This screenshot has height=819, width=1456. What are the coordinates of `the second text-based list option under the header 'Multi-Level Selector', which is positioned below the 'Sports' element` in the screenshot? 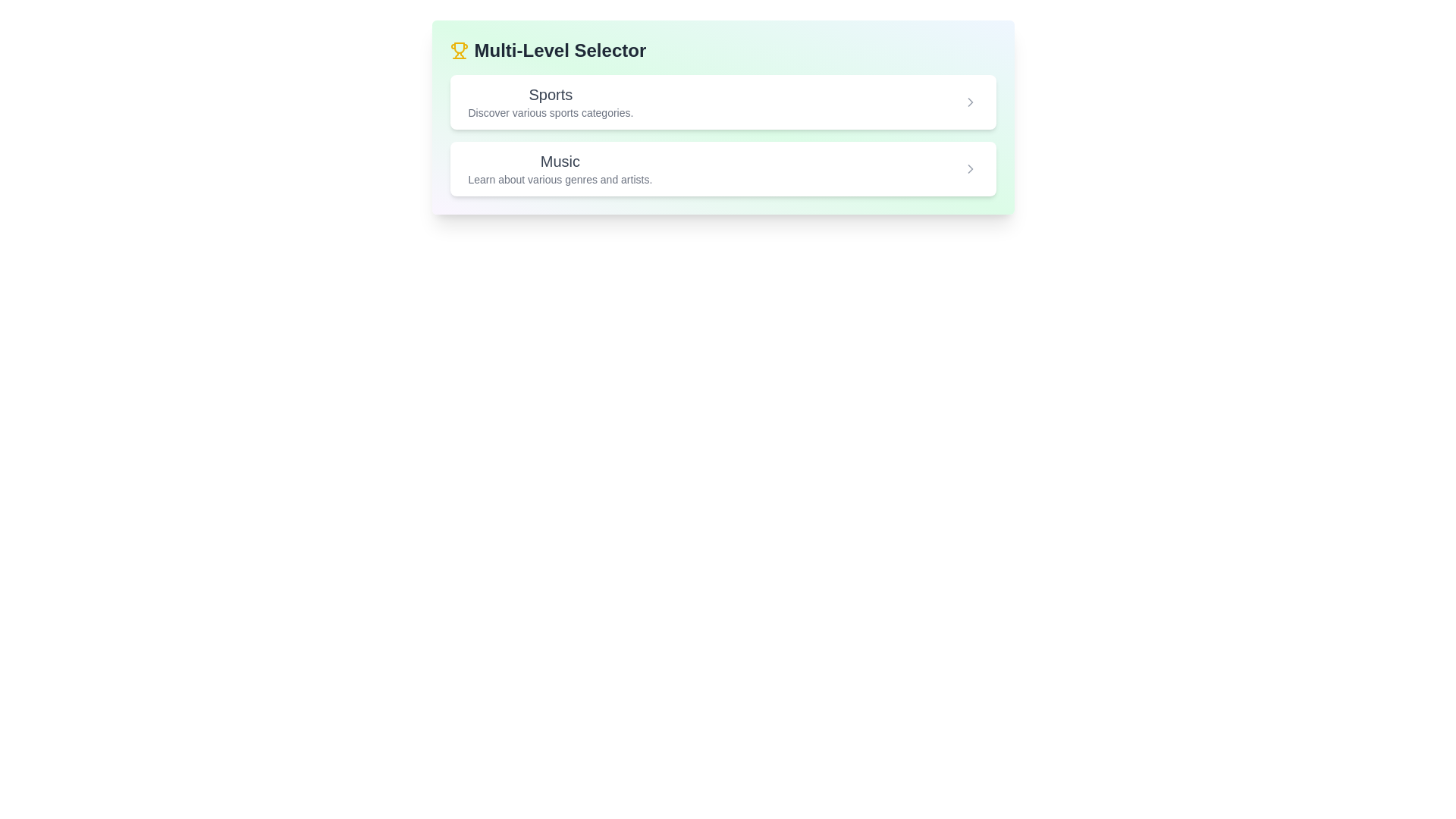 It's located at (559, 169).